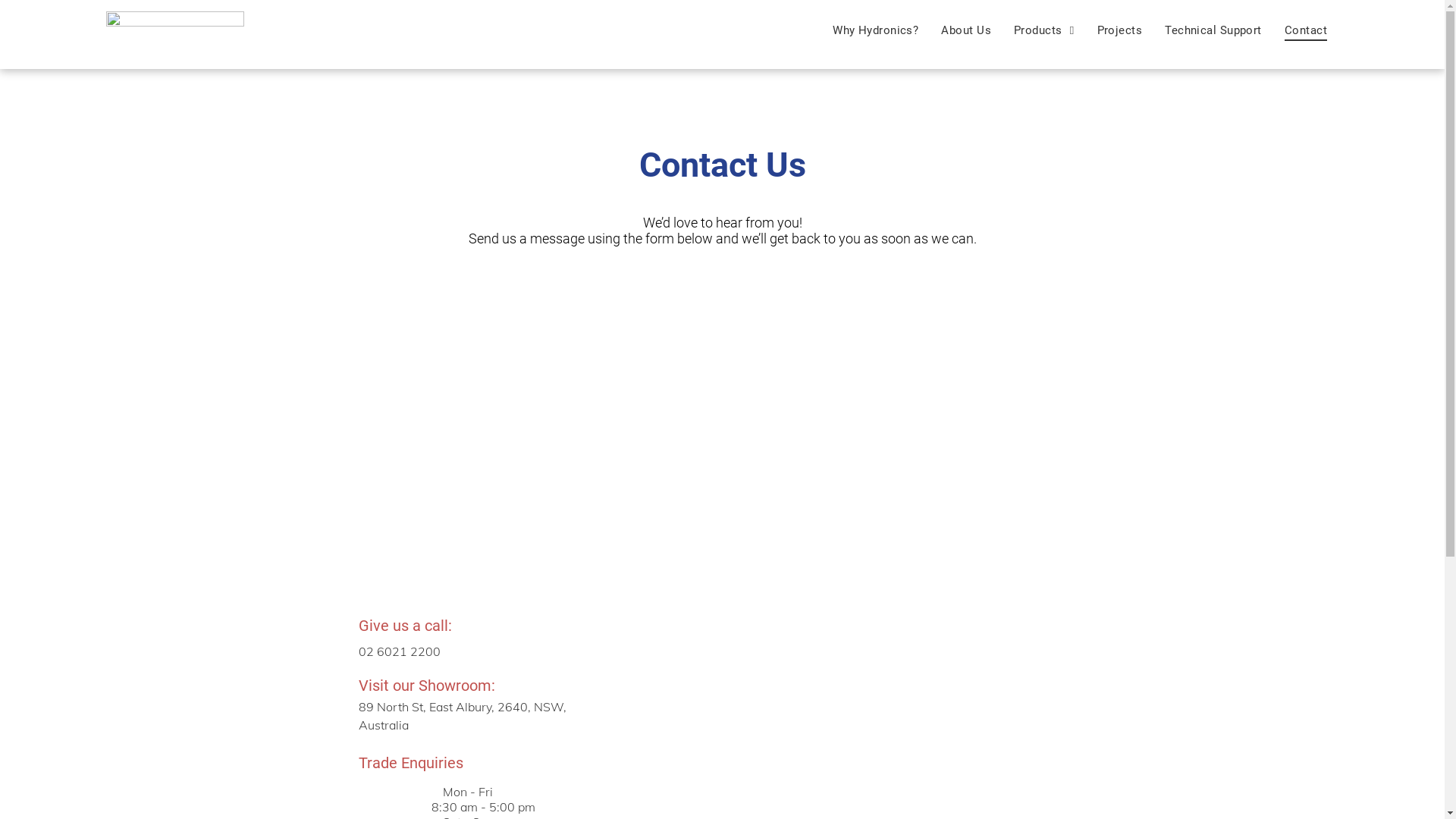  What do you see at coordinates (965, 30) in the screenshot?
I see `'About Us'` at bounding box center [965, 30].